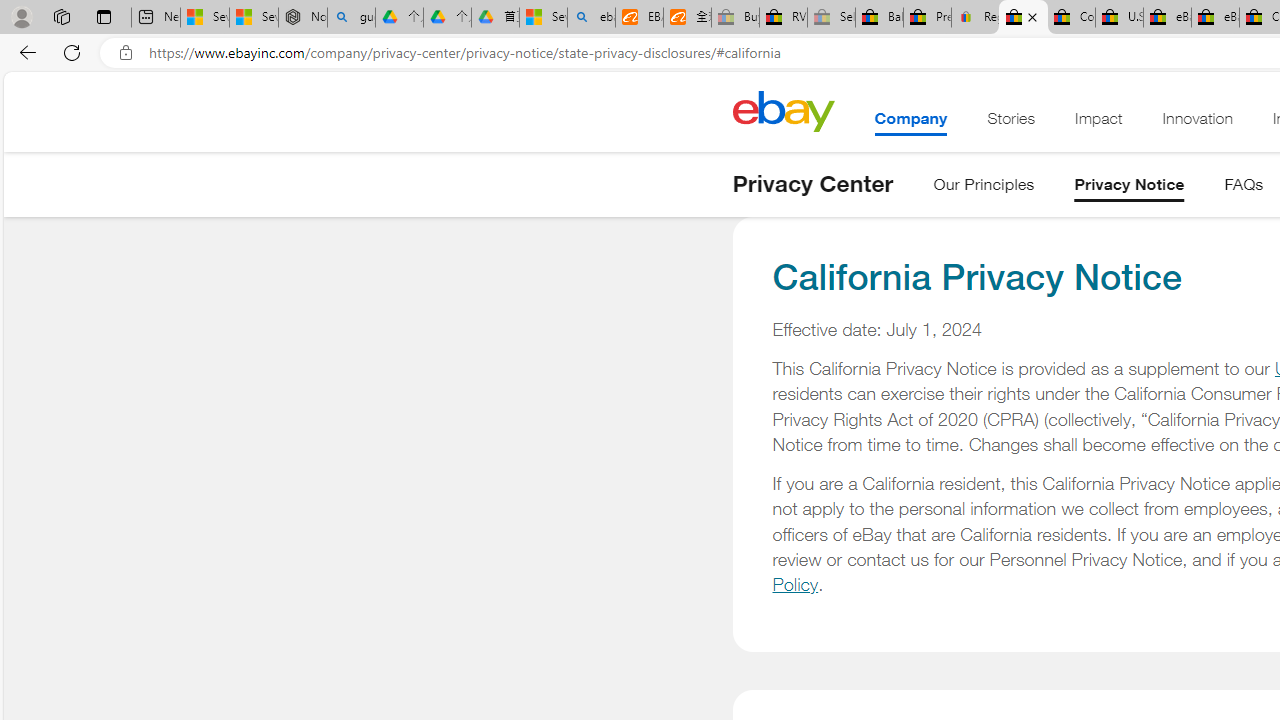  Describe the element at coordinates (831, 17) in the screenshot. I see `'Sell worldwide with eBay - Sleeping'` at that location.